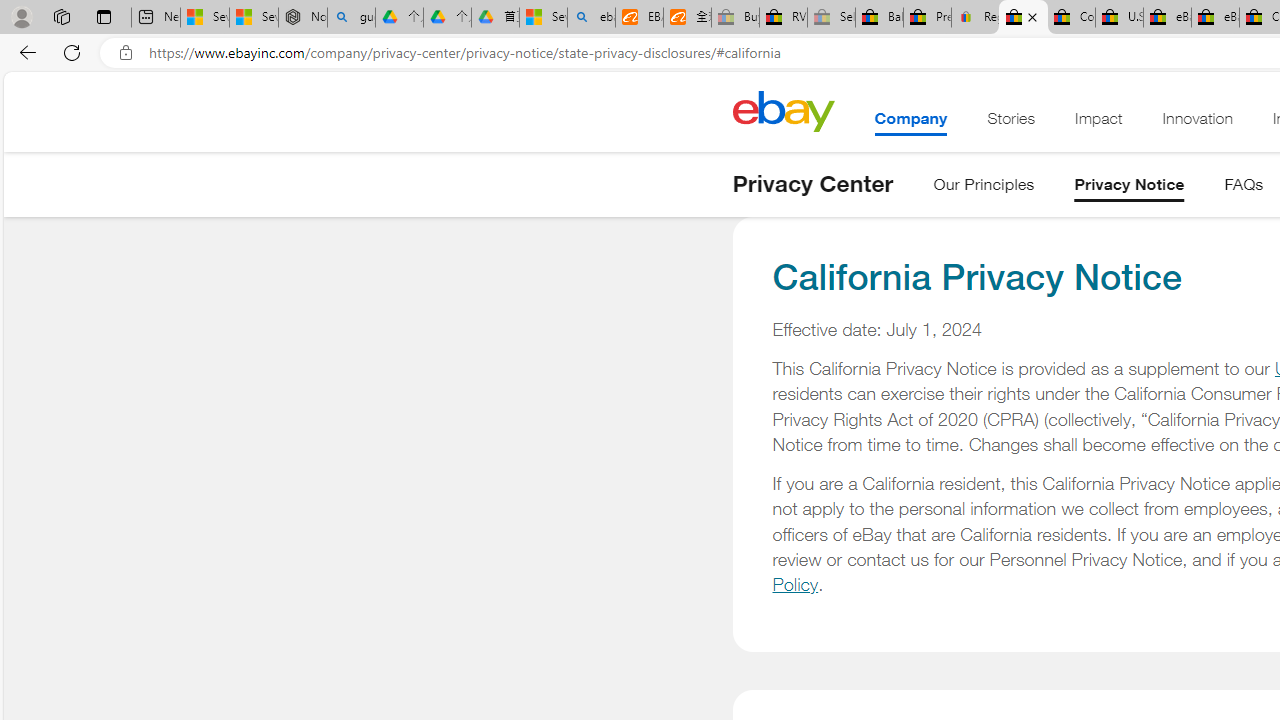  Describe the element at coordinates (831, 17) in the screenshot. I see `'Sell worldwide with eBay - Sleeping'` at that location.